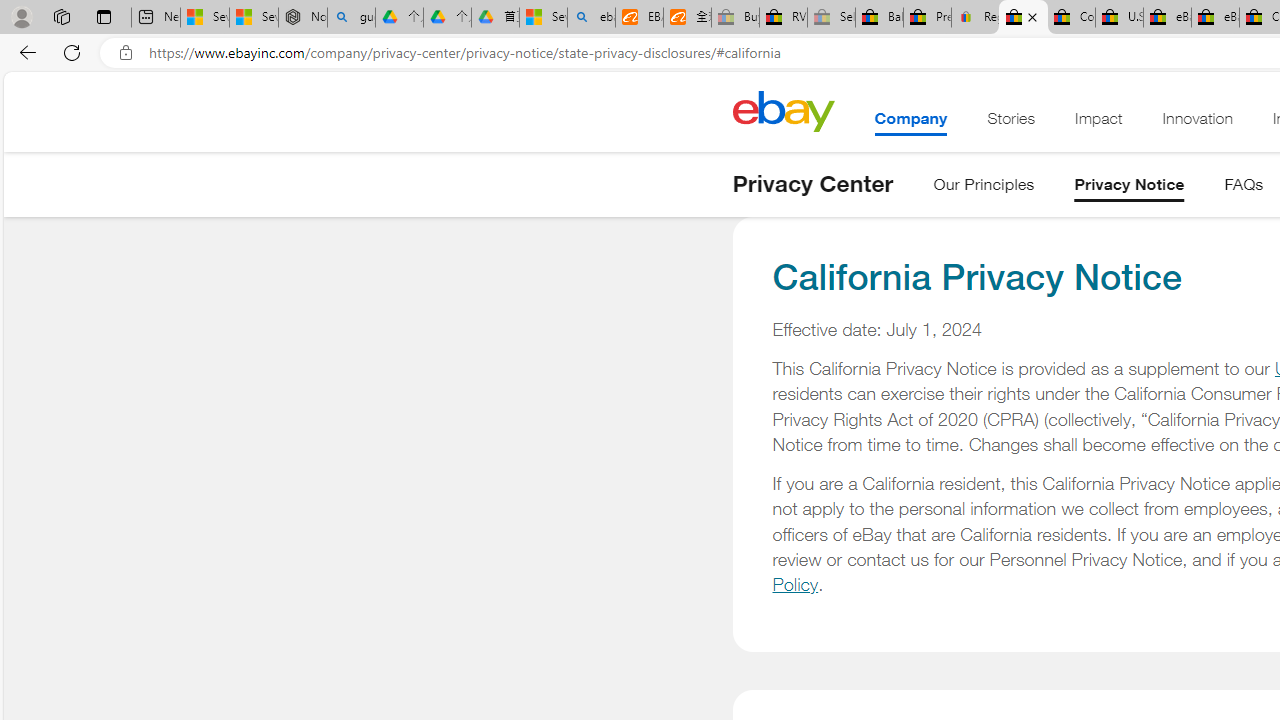  Describe the element at coordinates (831, 17) in the screenshot. I see `'Sell worldwide with eBay - Sleeping'` at that location.